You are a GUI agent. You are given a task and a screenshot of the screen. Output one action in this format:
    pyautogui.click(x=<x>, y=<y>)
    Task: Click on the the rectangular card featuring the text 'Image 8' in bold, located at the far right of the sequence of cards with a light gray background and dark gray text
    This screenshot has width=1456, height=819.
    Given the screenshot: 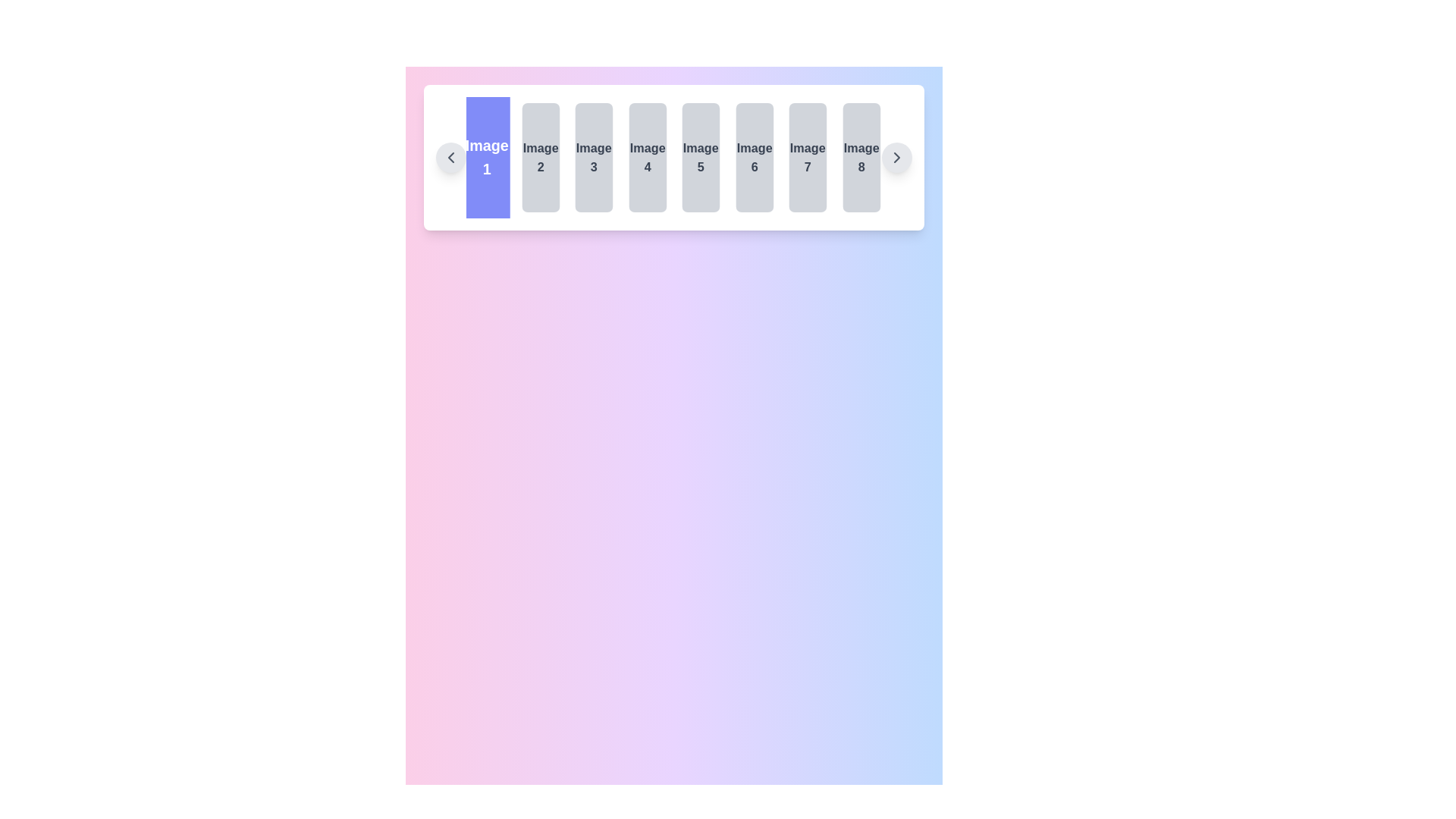 What is the action you would take?
    pyautogui.click(x=861, y=158)
    